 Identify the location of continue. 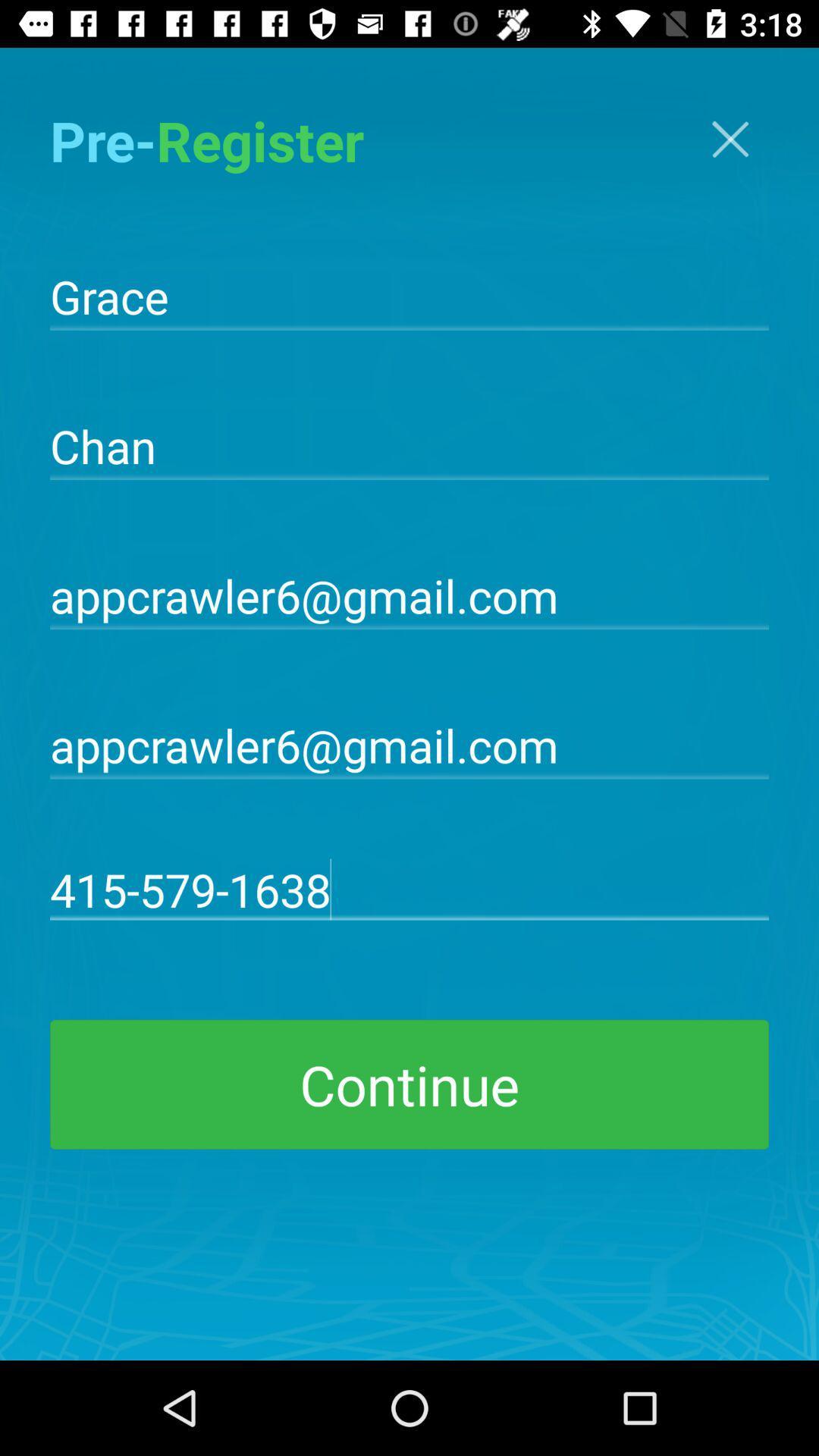
(409, 1084).